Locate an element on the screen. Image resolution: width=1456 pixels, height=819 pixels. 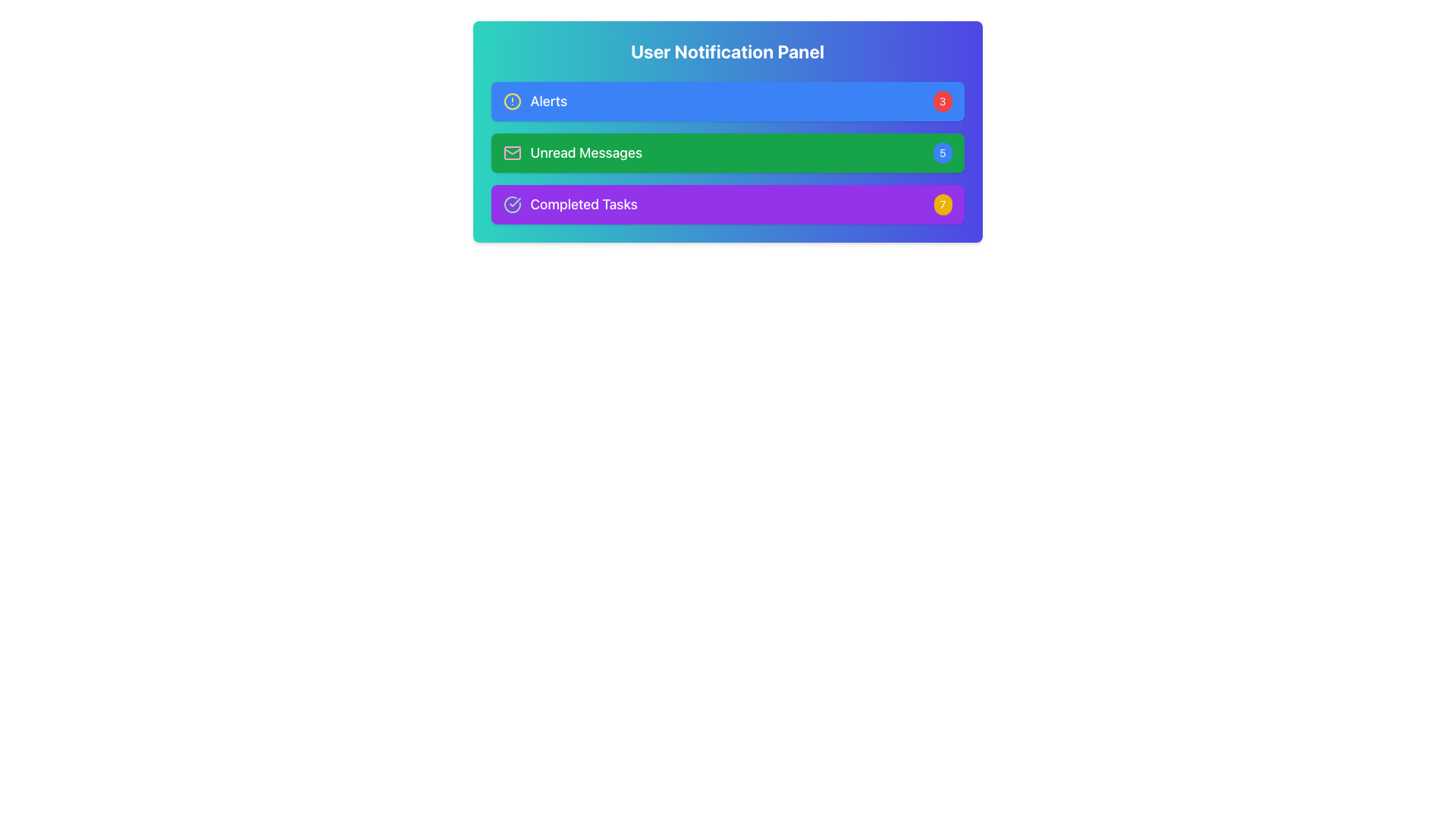
notification count displayed in the 'Alerts' notification category of the Notification Bar, which is positioned at the top of the user notification panel is located at coordinates (726, 102).